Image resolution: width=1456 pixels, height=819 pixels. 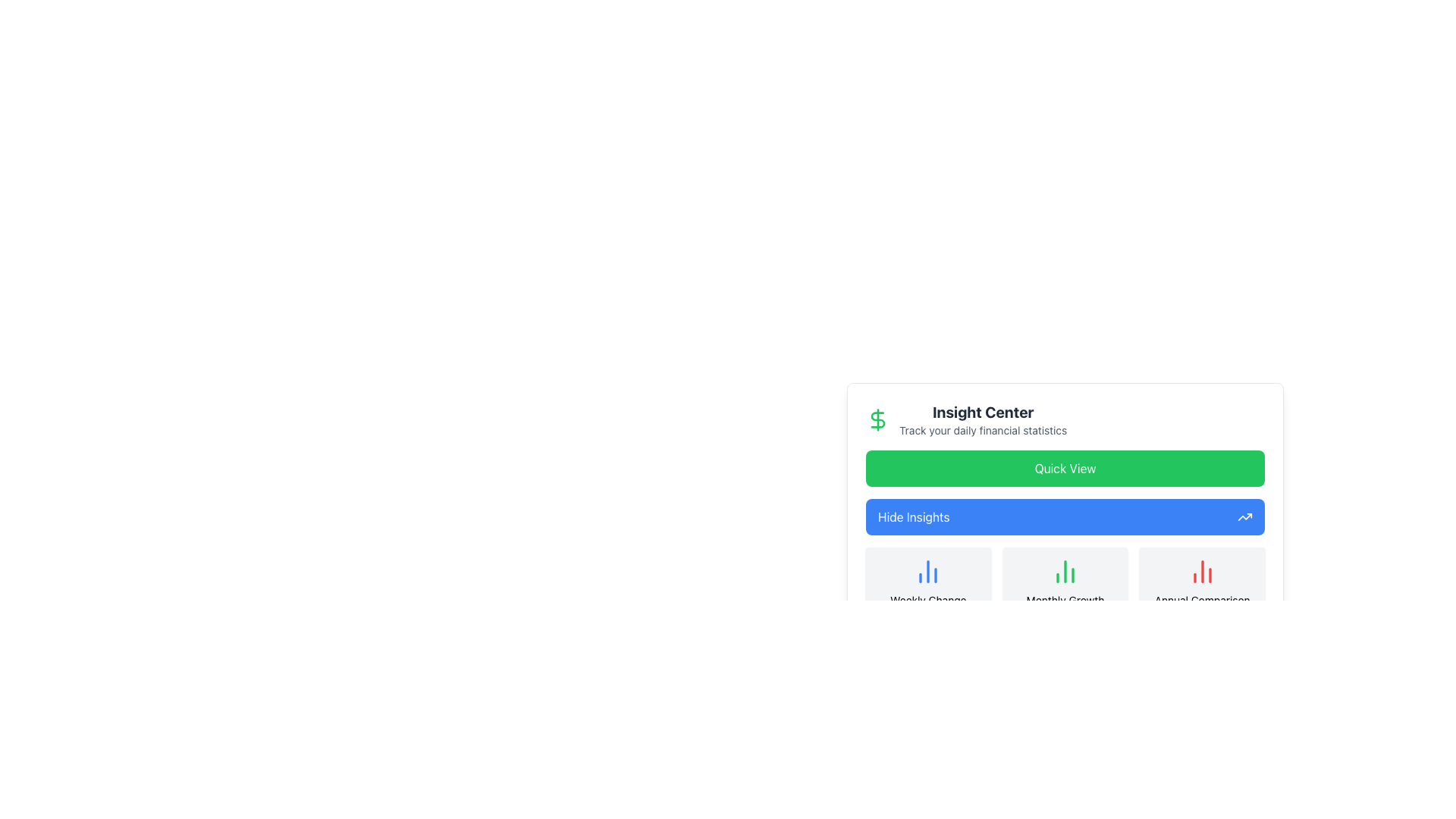 I want to click on the text label that serves as a heading for the section, positioned above a caption that reads 'Track your daily financial statistics', so click(x=983, y=412).